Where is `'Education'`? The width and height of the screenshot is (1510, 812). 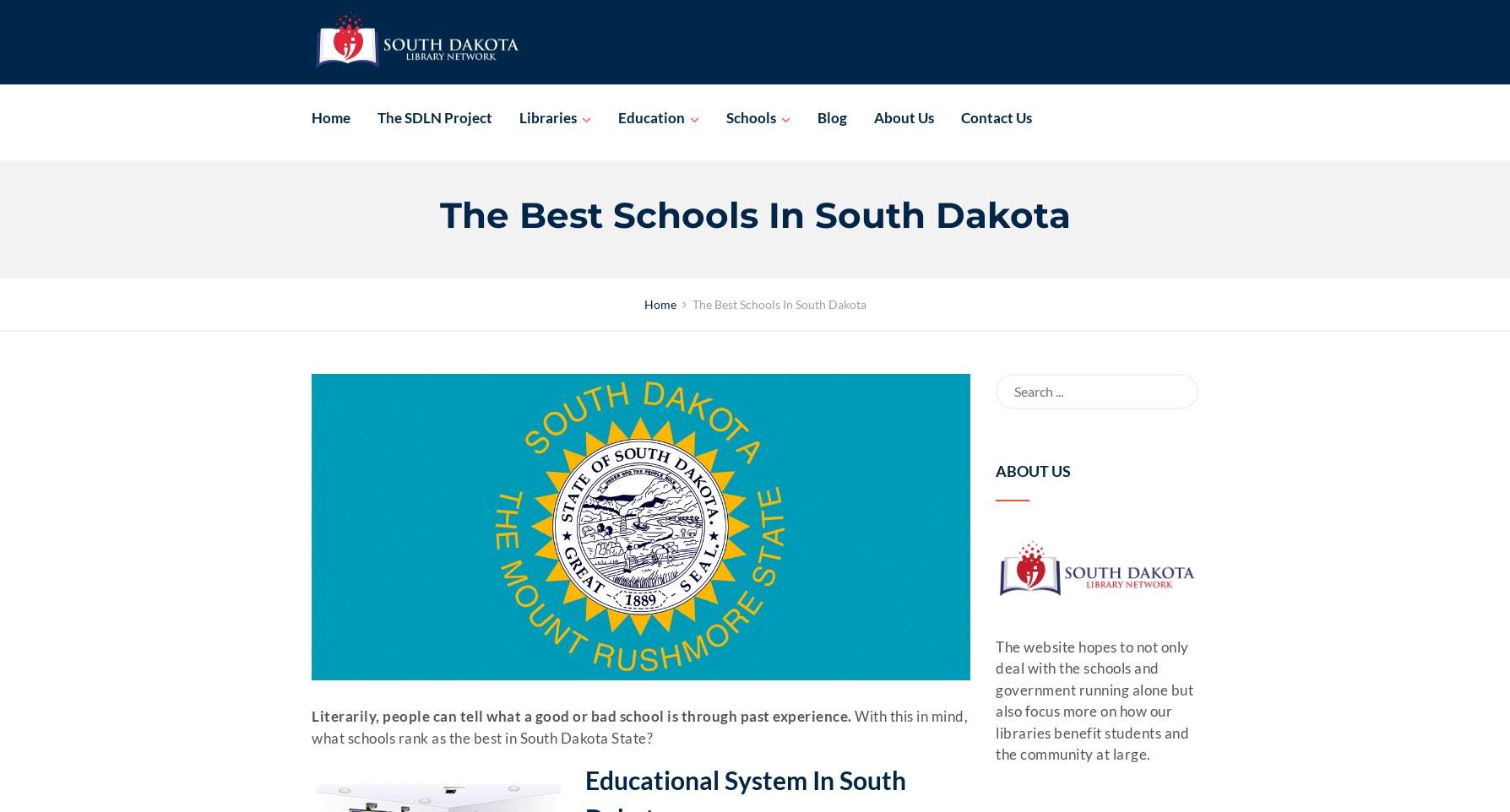 'Education' is located at coordinates (650, 116).